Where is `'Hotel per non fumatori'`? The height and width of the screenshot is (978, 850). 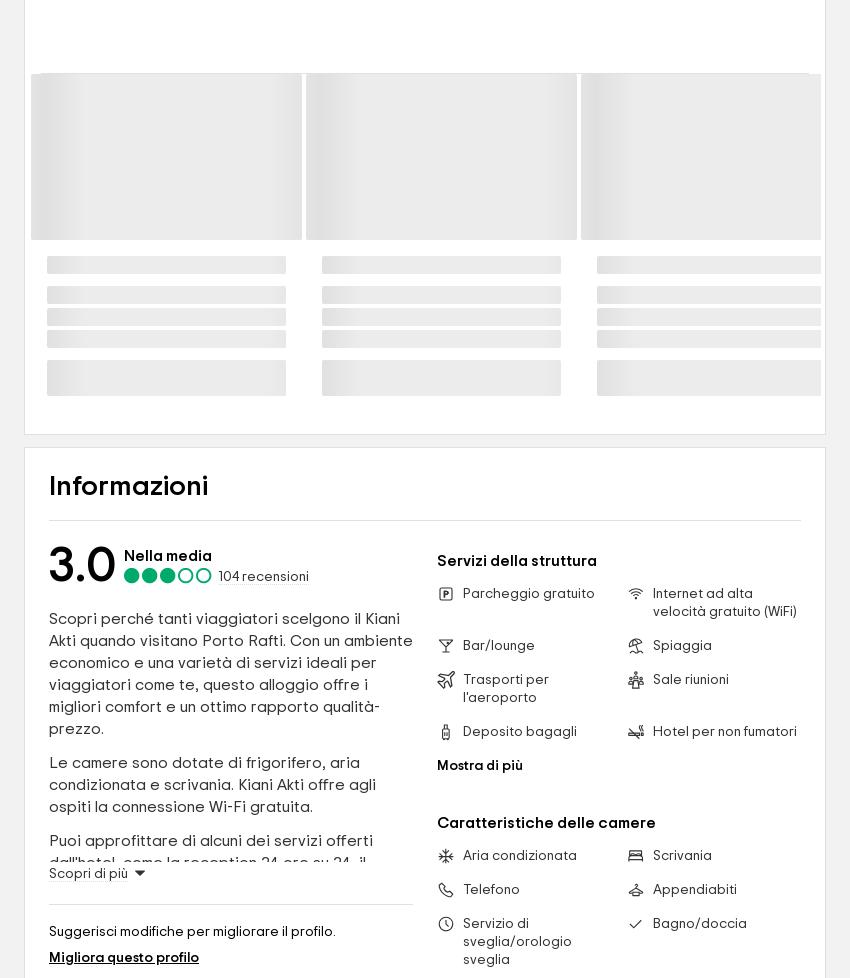
'Hotel per non fumatori' is located at coordinates (724, 732).